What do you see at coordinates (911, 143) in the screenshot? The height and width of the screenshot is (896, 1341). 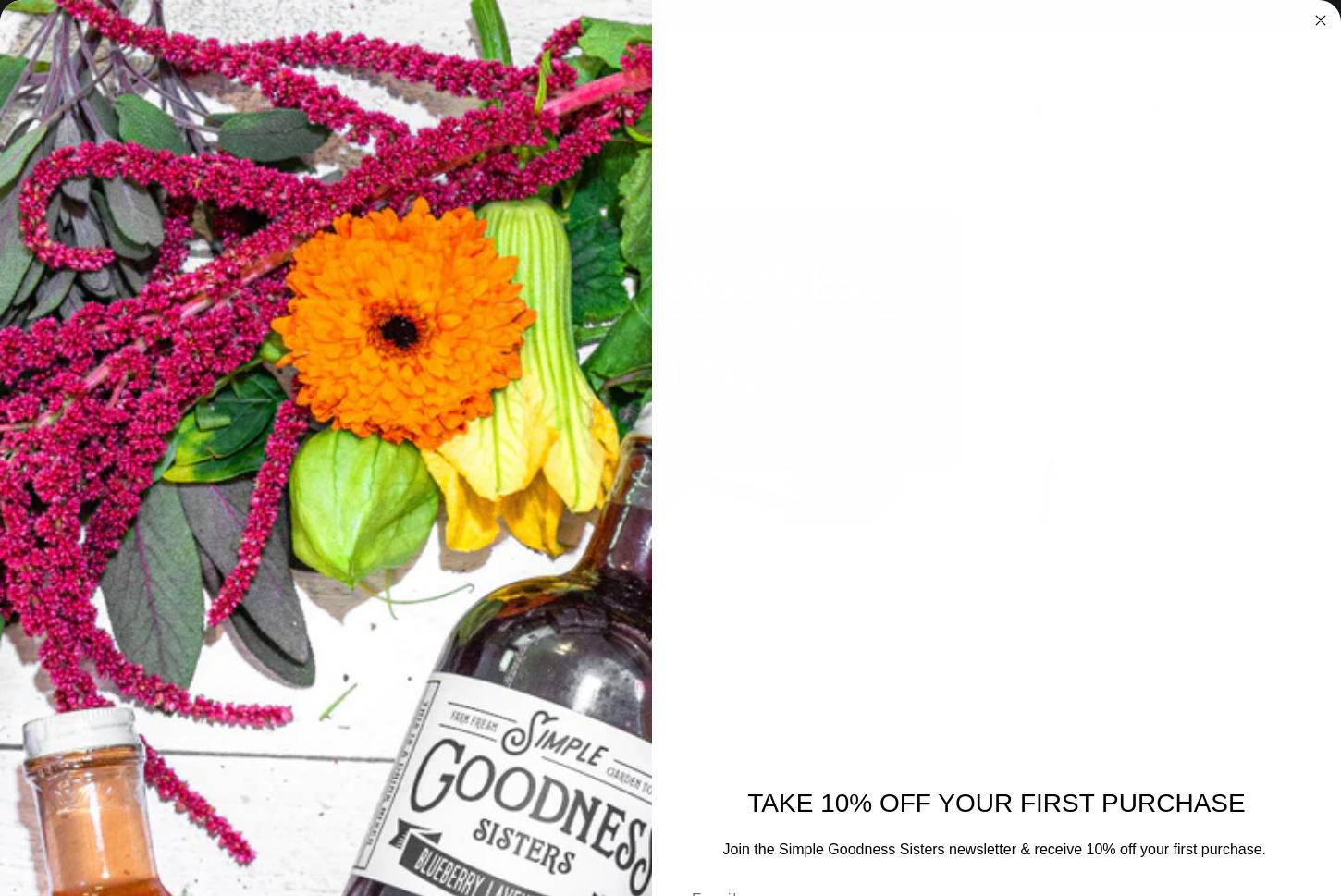 I see `'Our Story'` at bounding box center [911, 143].